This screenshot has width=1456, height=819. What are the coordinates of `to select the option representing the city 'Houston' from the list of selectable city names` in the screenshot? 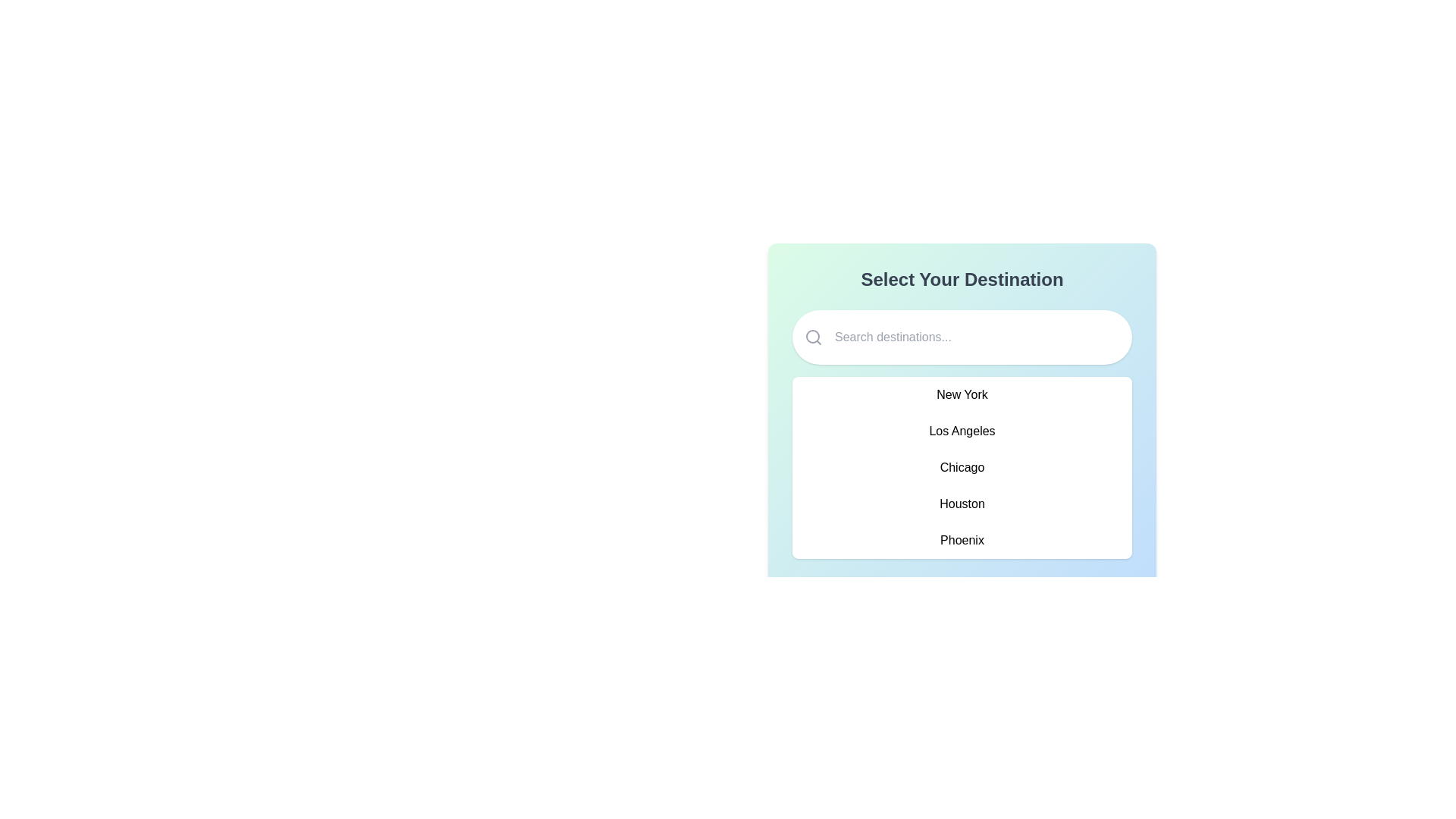 It's located at (961, 504).